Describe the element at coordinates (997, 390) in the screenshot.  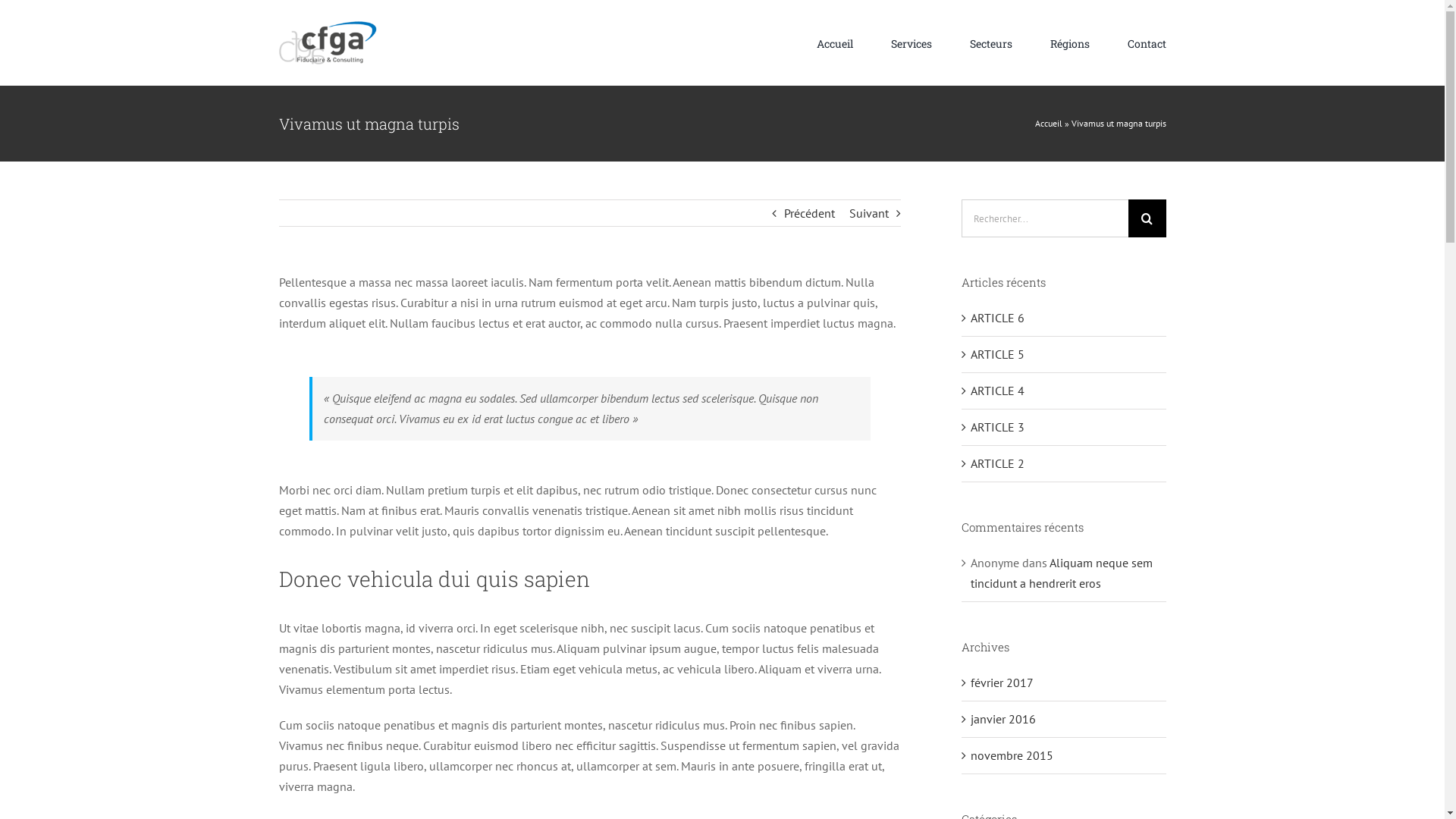
I see `'ARTICLE 4'` at that location.